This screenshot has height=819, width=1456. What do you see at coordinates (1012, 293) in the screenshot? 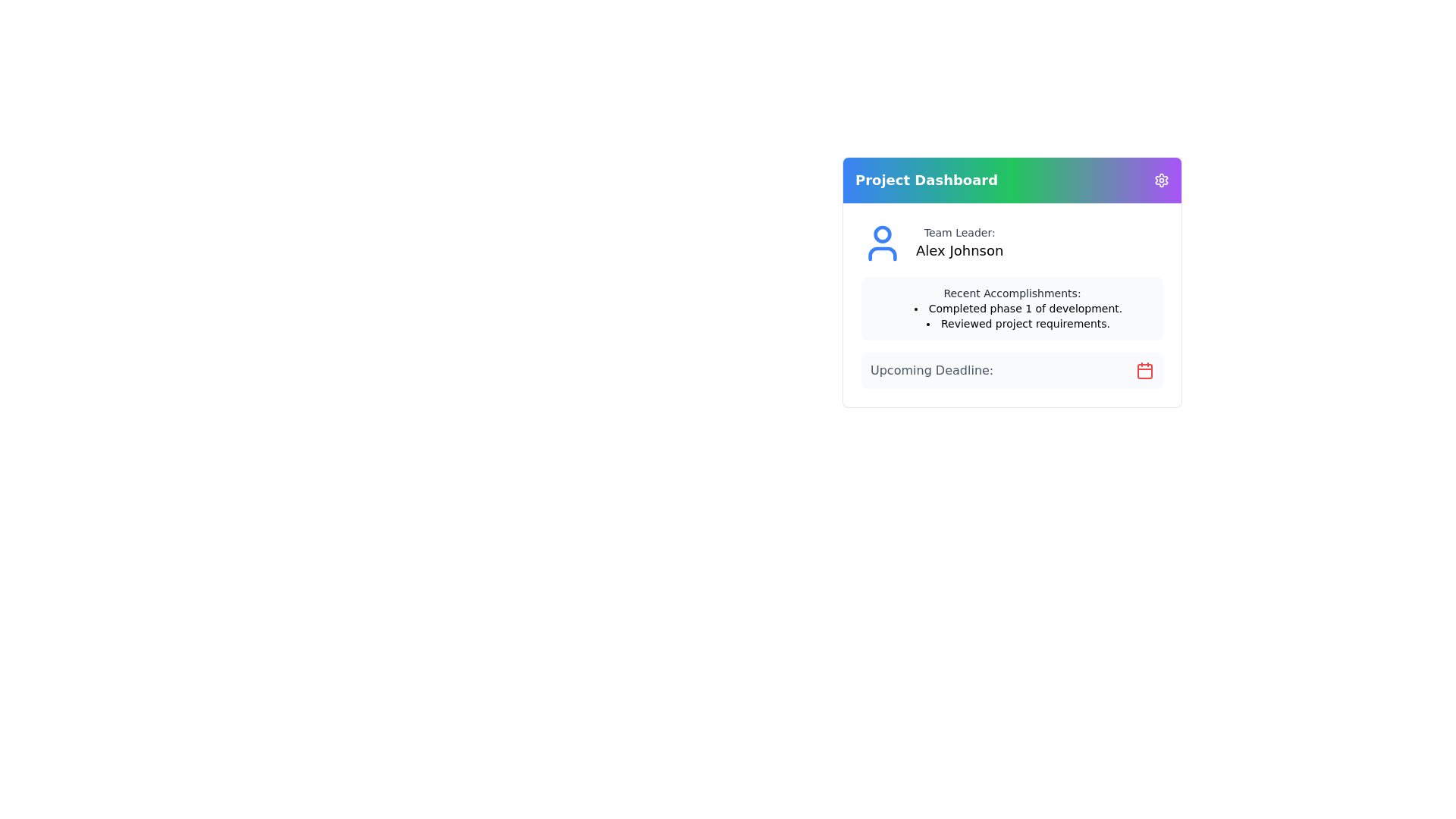
I see `text label that says 'Recent Accomplishments:' which is styled in a small gray font and located above a bulleted list` at bounding box center [1012, 293].